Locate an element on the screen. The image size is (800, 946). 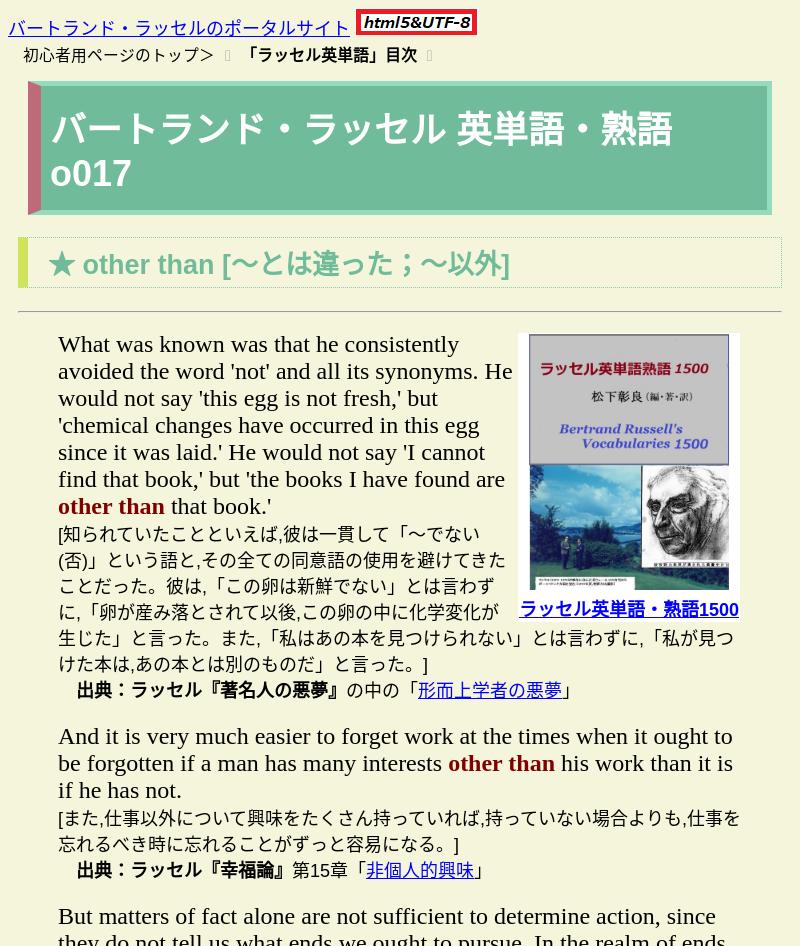
'What was known was that he consistently avoided the word 'not' and all its synonyms. He would not say 'this egg is not fresh,' but 'chemical changes have occurred in this egg since it was laid.' He would not say 'I cannot find that book,' but 'the books I have found are' is located at coordinates (285, 409).